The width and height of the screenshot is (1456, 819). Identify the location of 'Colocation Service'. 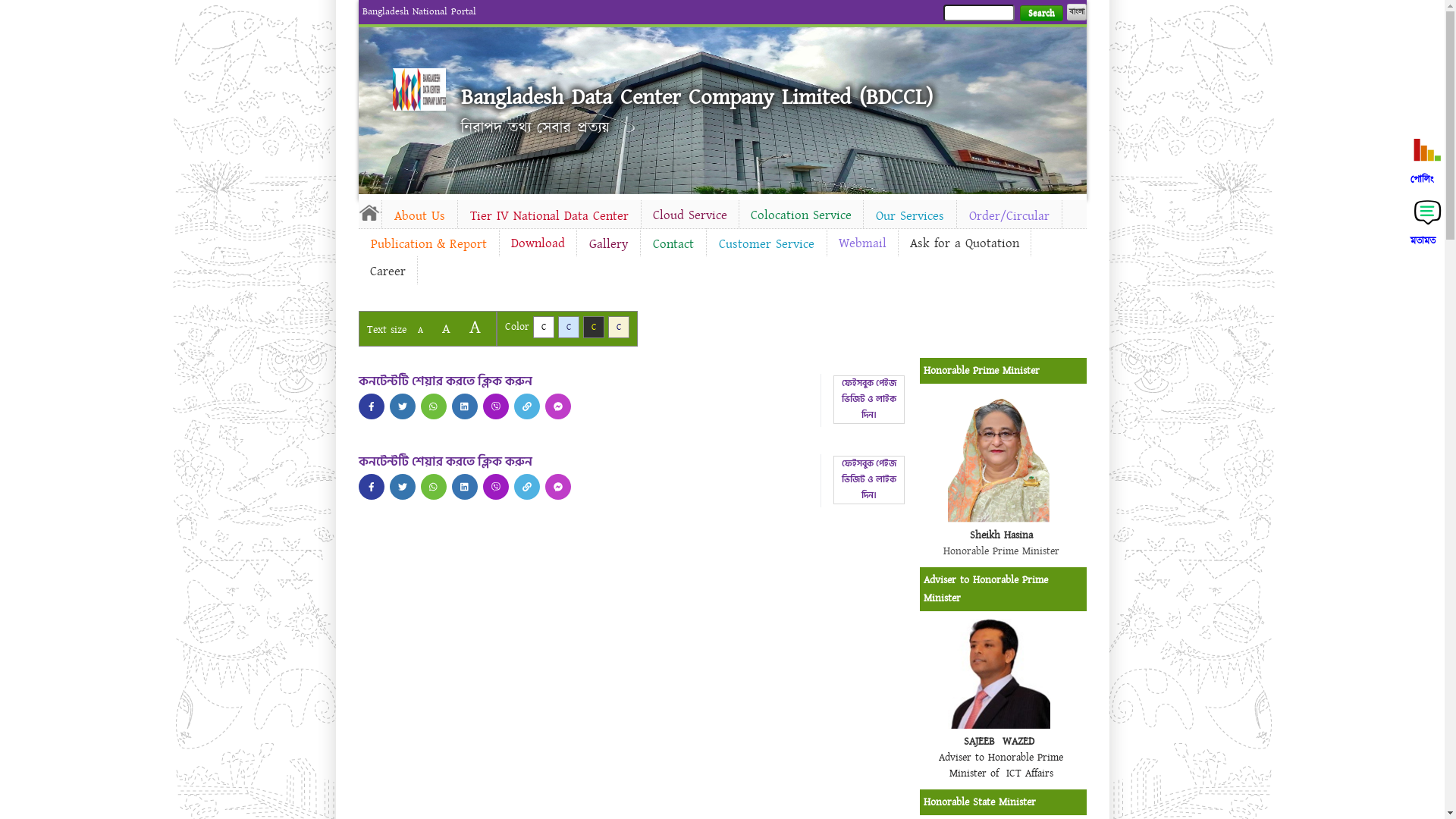
(799, 215).